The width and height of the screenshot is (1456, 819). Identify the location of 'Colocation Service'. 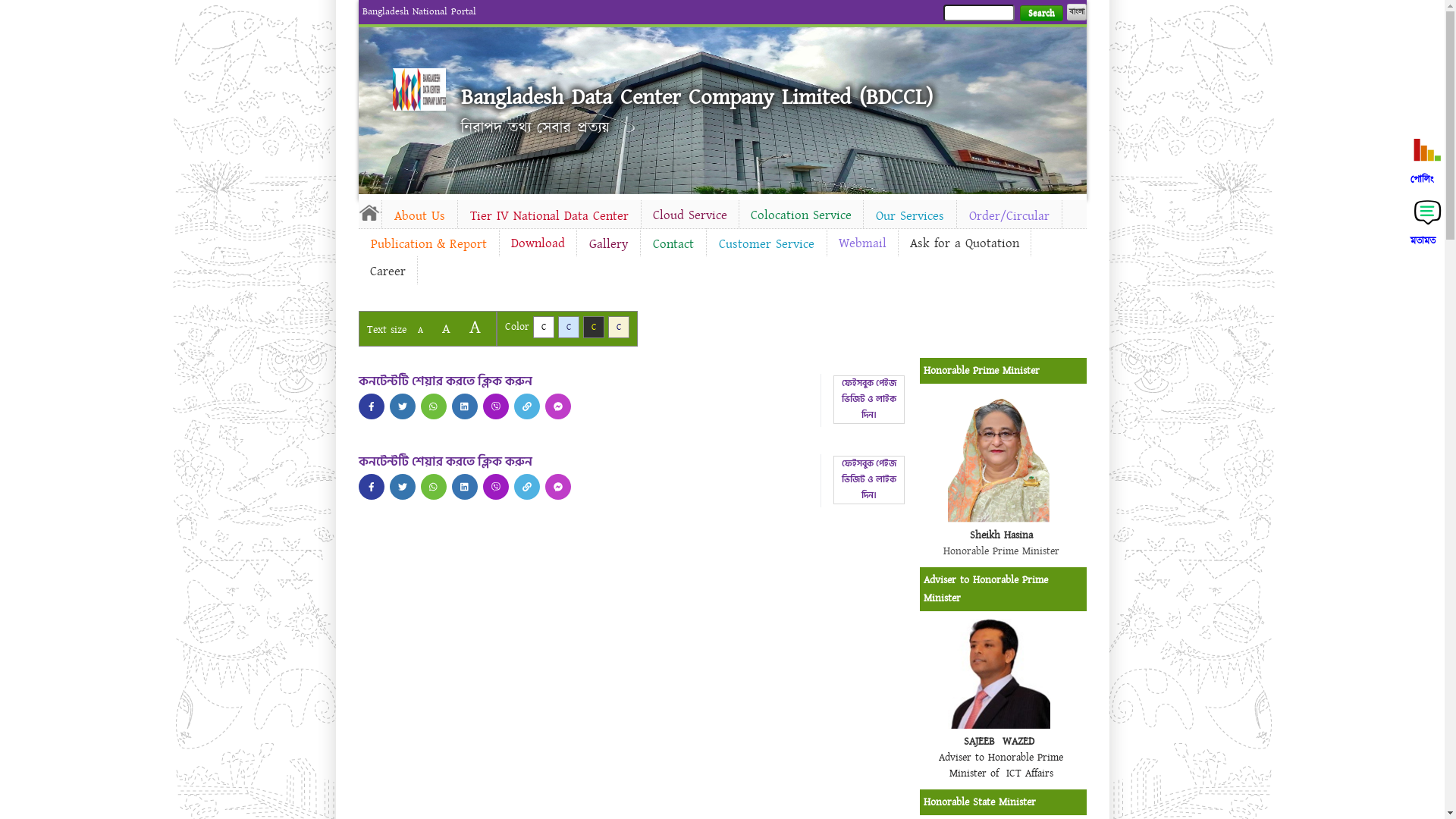
(799, 215).